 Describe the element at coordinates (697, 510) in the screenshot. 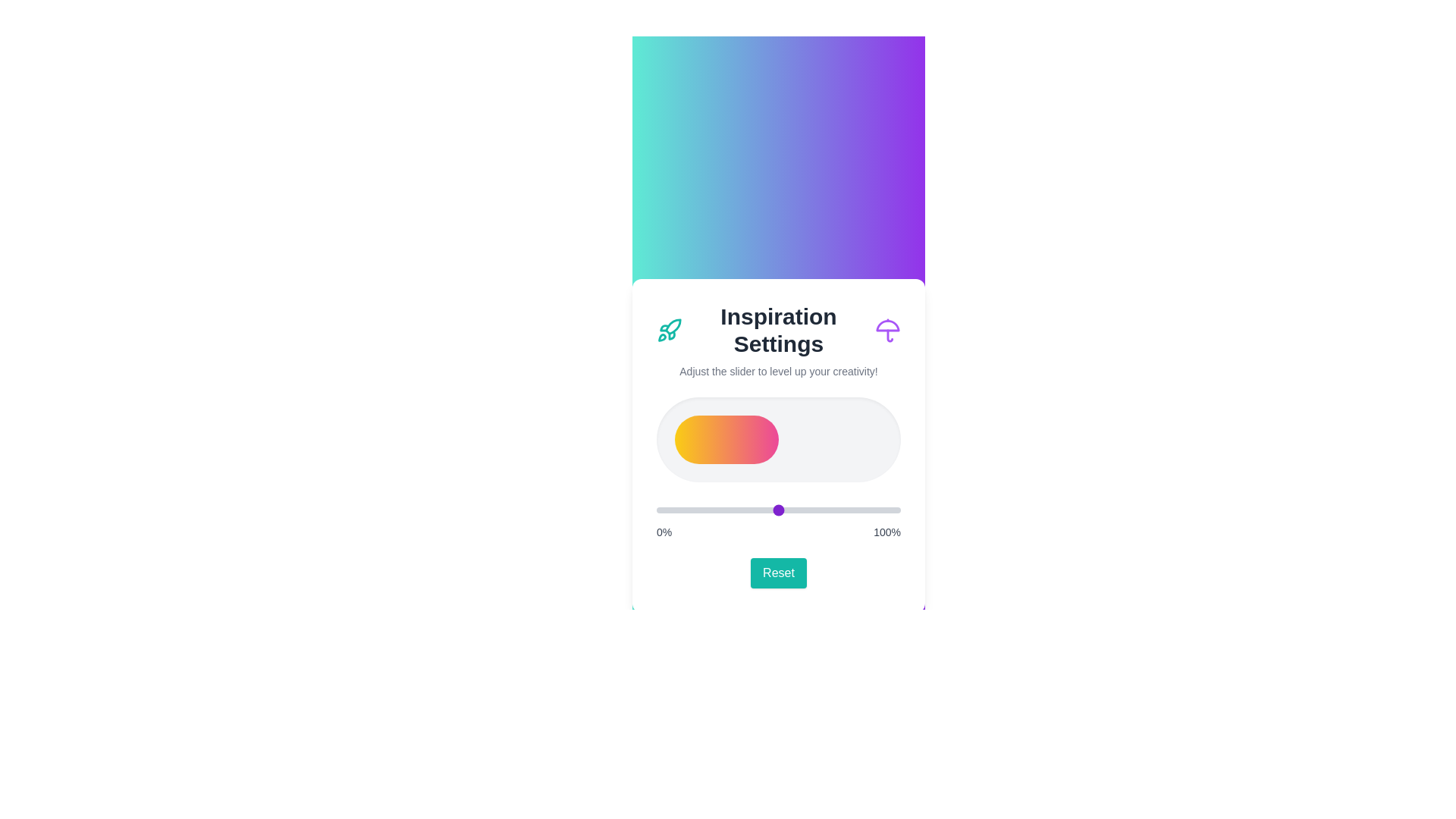

I see `the slider to 17%` at that location.